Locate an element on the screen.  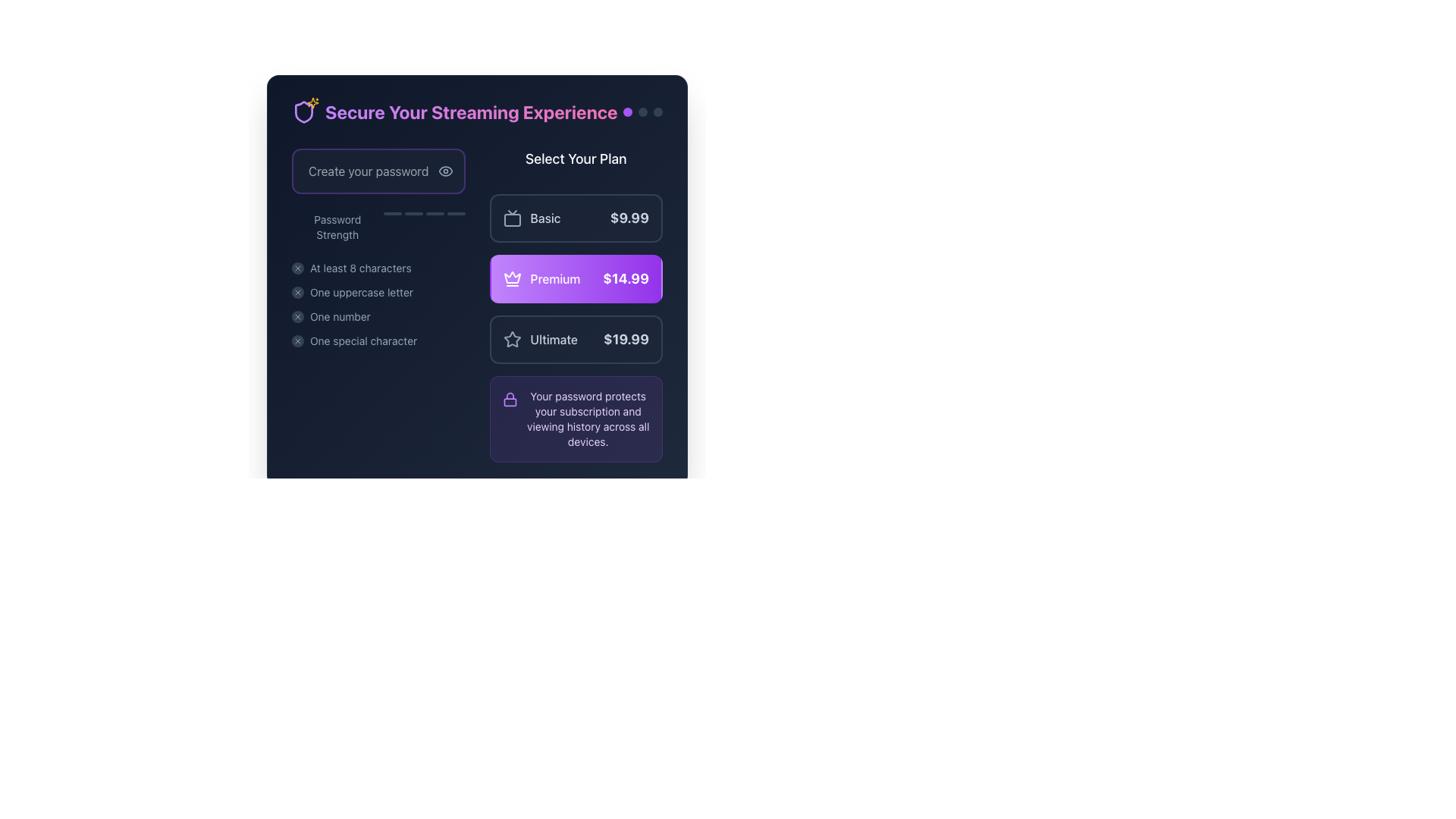
the Text Heading located at the top center of the user interface is located at coordinates (453, 111).